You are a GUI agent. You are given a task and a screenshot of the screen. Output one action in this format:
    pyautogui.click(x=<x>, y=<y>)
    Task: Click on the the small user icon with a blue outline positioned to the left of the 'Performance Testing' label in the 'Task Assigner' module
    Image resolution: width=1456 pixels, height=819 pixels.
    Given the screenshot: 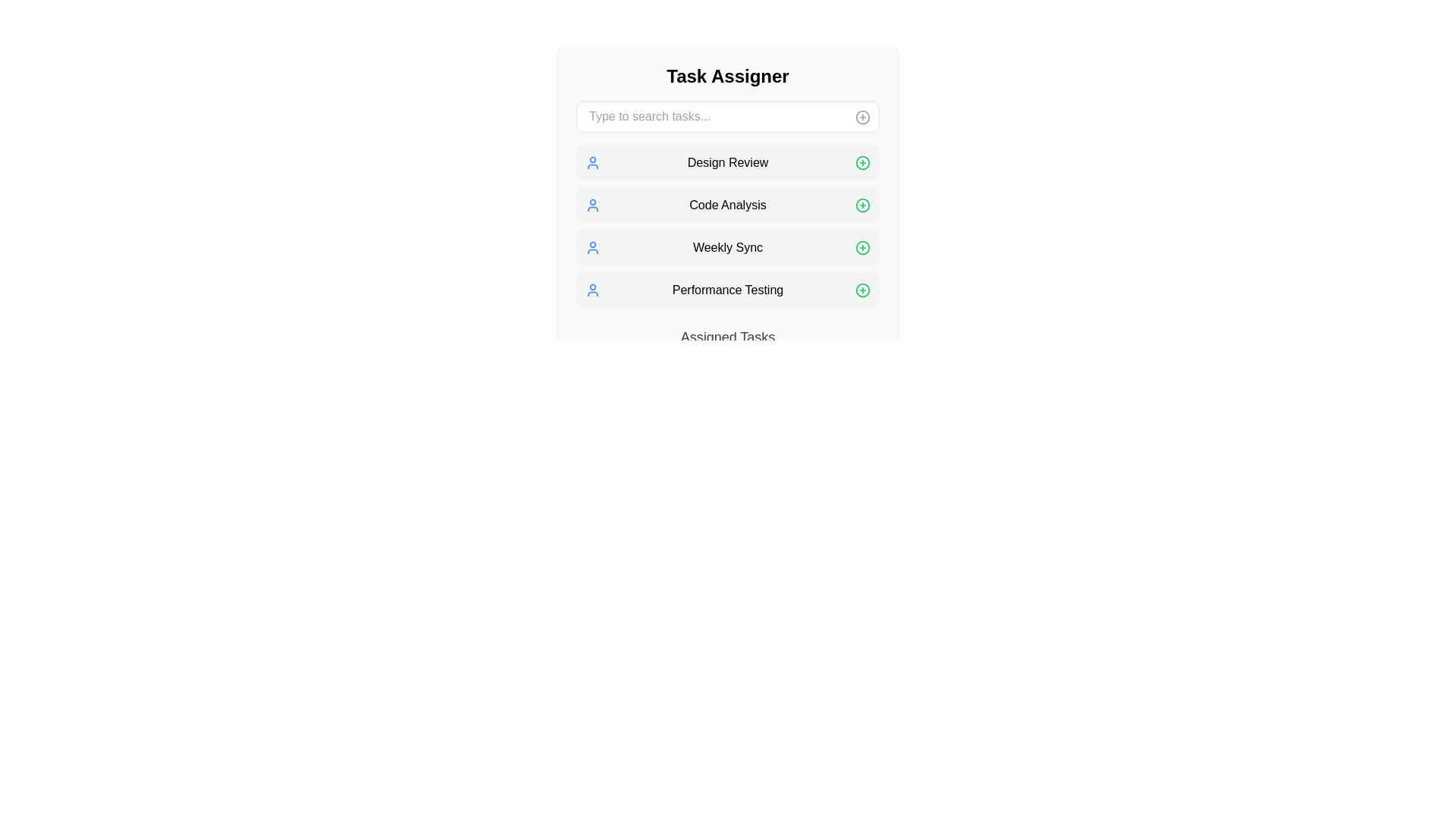 What is the action you would take?
    pyautogui.click(x=592, y=290)
    